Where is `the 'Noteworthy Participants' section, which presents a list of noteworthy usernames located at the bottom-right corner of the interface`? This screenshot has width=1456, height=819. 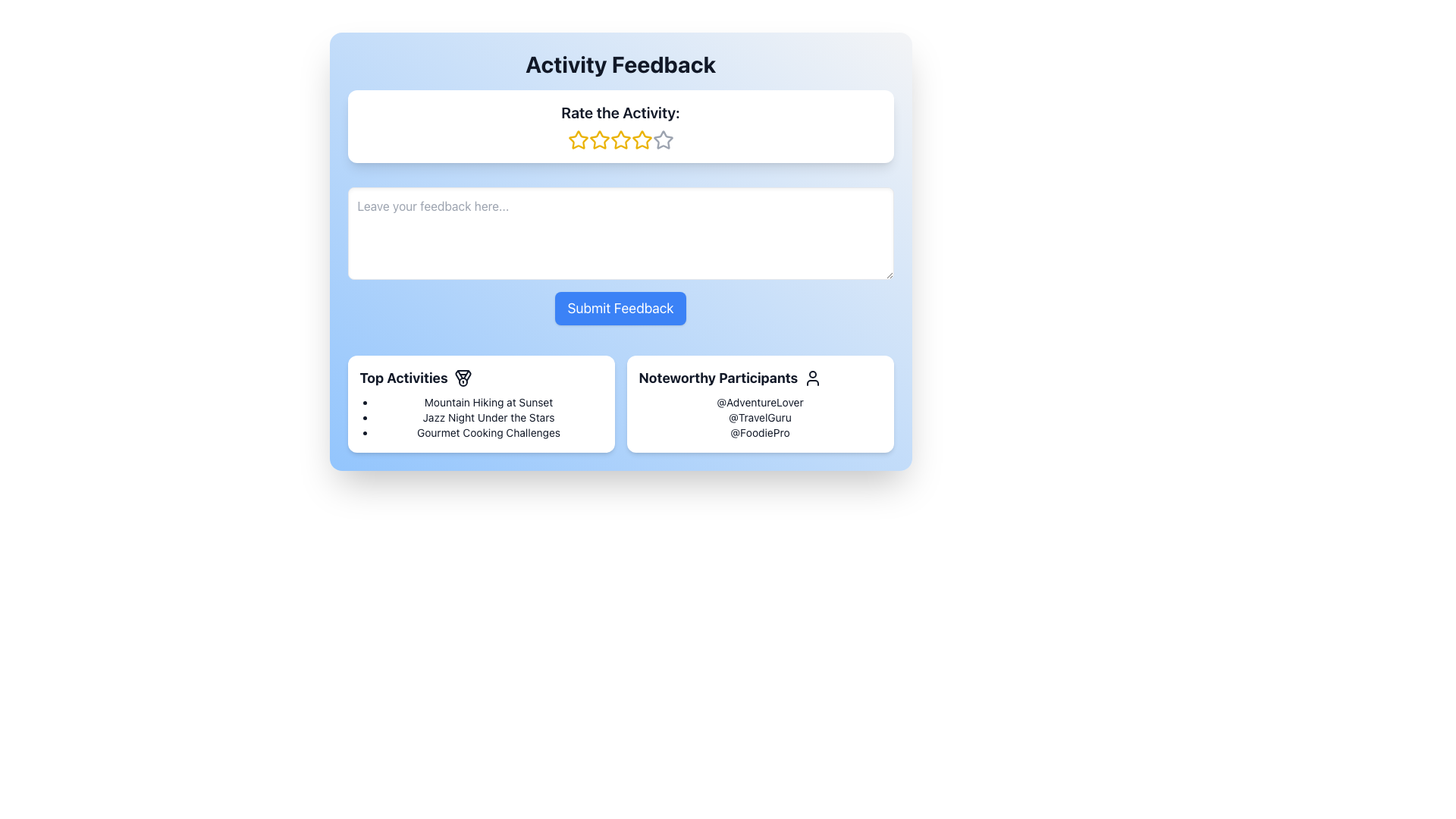
the 'Noteworthy Participants' section, which presents a list of noteworthy usernames located at the bottom-right corner of the interface is located at coordinates (760, 418).